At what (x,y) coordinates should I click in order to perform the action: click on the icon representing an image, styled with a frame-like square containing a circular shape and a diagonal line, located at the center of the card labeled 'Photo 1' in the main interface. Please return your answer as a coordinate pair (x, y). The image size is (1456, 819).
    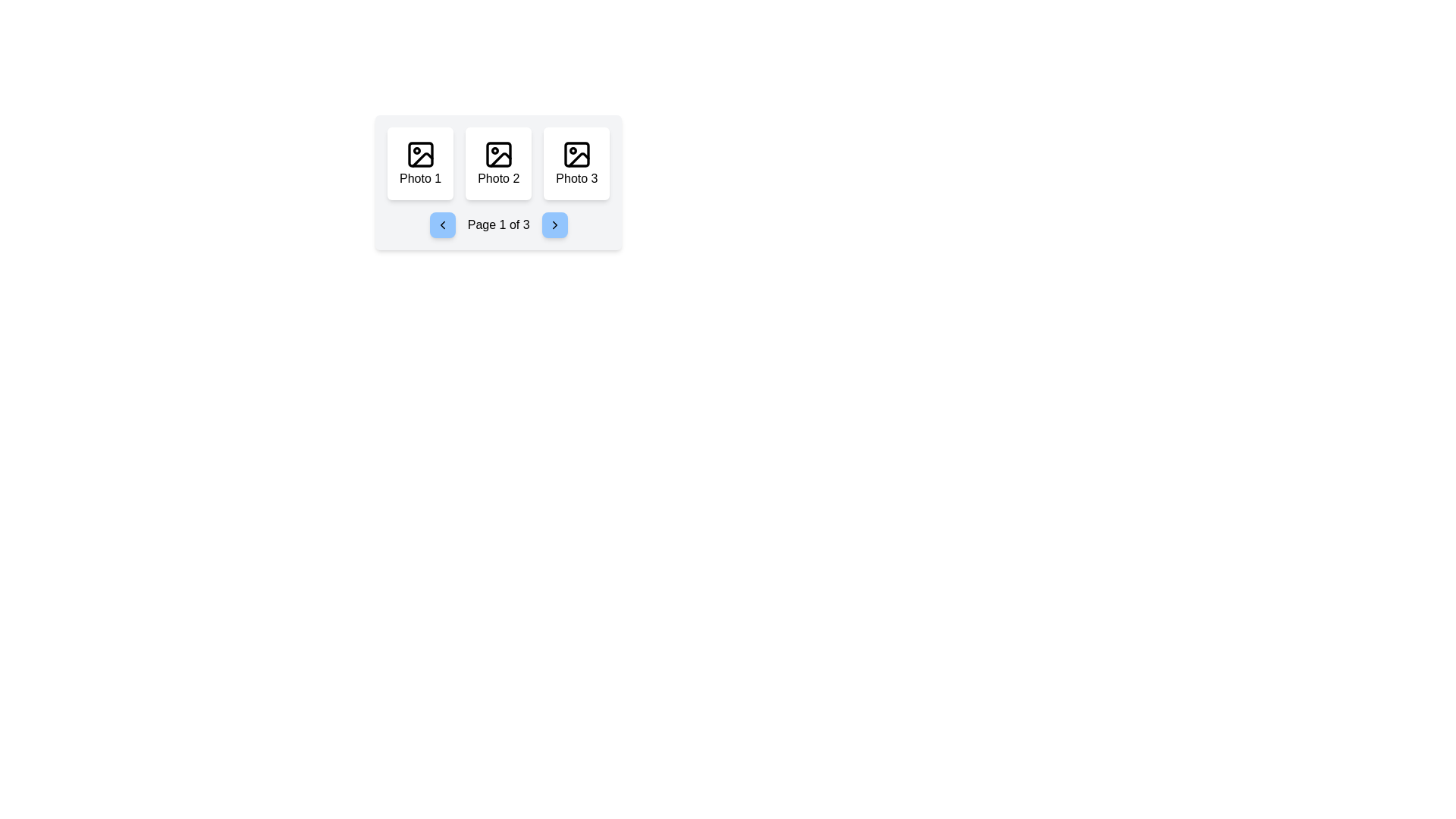
    Looking at the image, I should click on (420, 155).